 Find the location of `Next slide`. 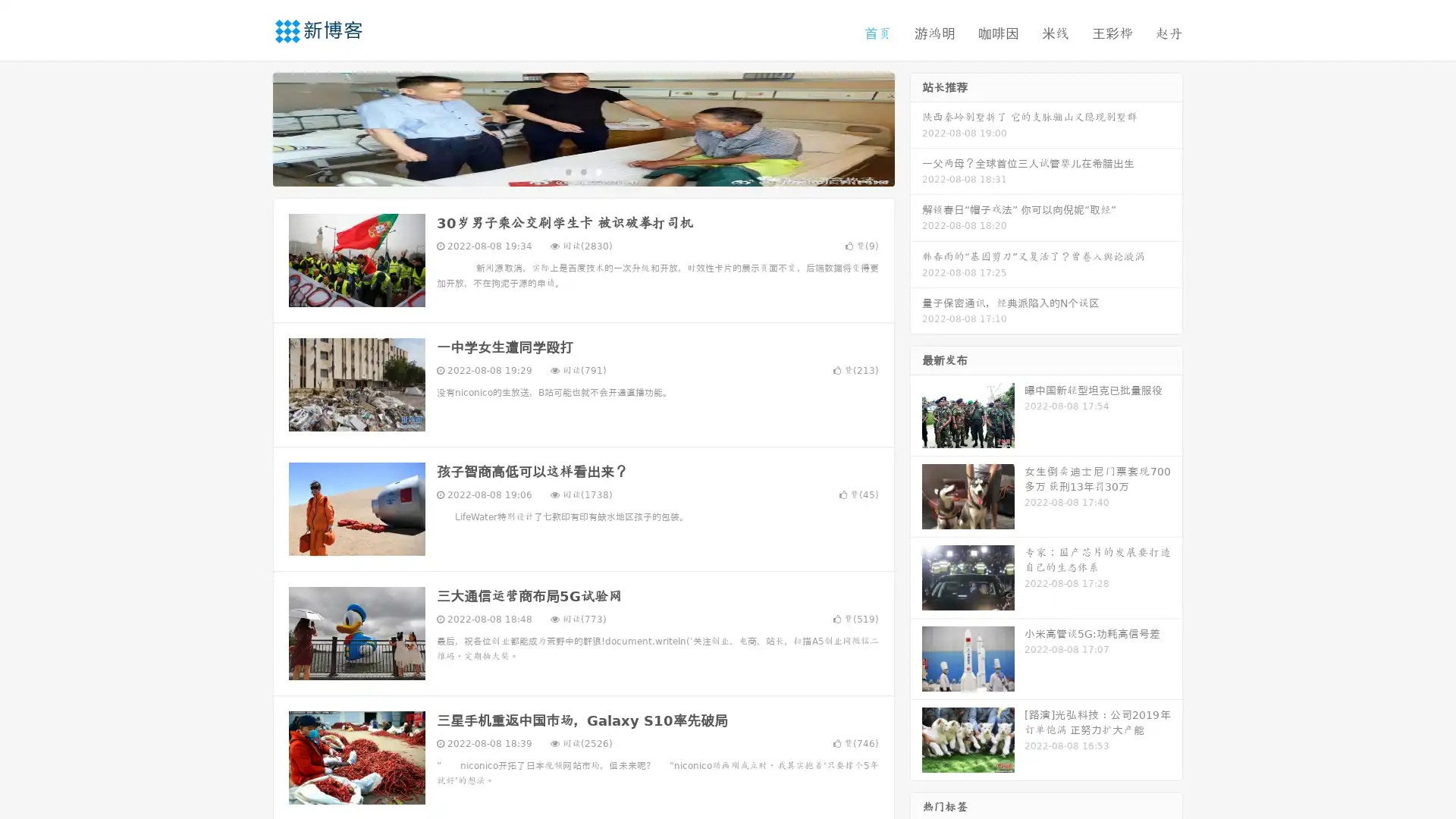

Next slide is located at coordinates (916, 127).